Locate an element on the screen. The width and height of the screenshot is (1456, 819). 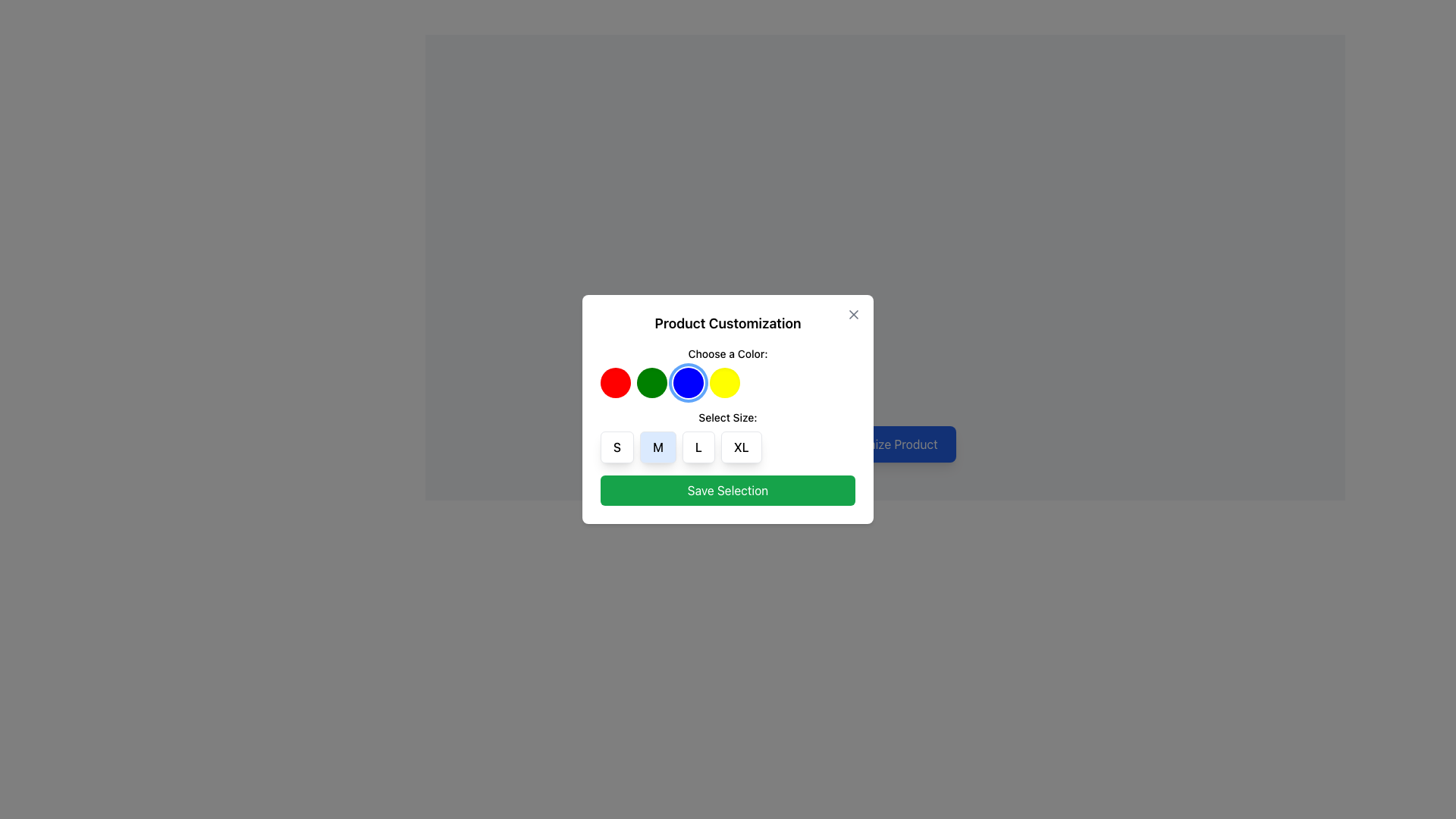
the text label that says 'Select Size:' located within the 'Product Customization' modal, positioned above the size selection options is located at coordinates (728, 418).